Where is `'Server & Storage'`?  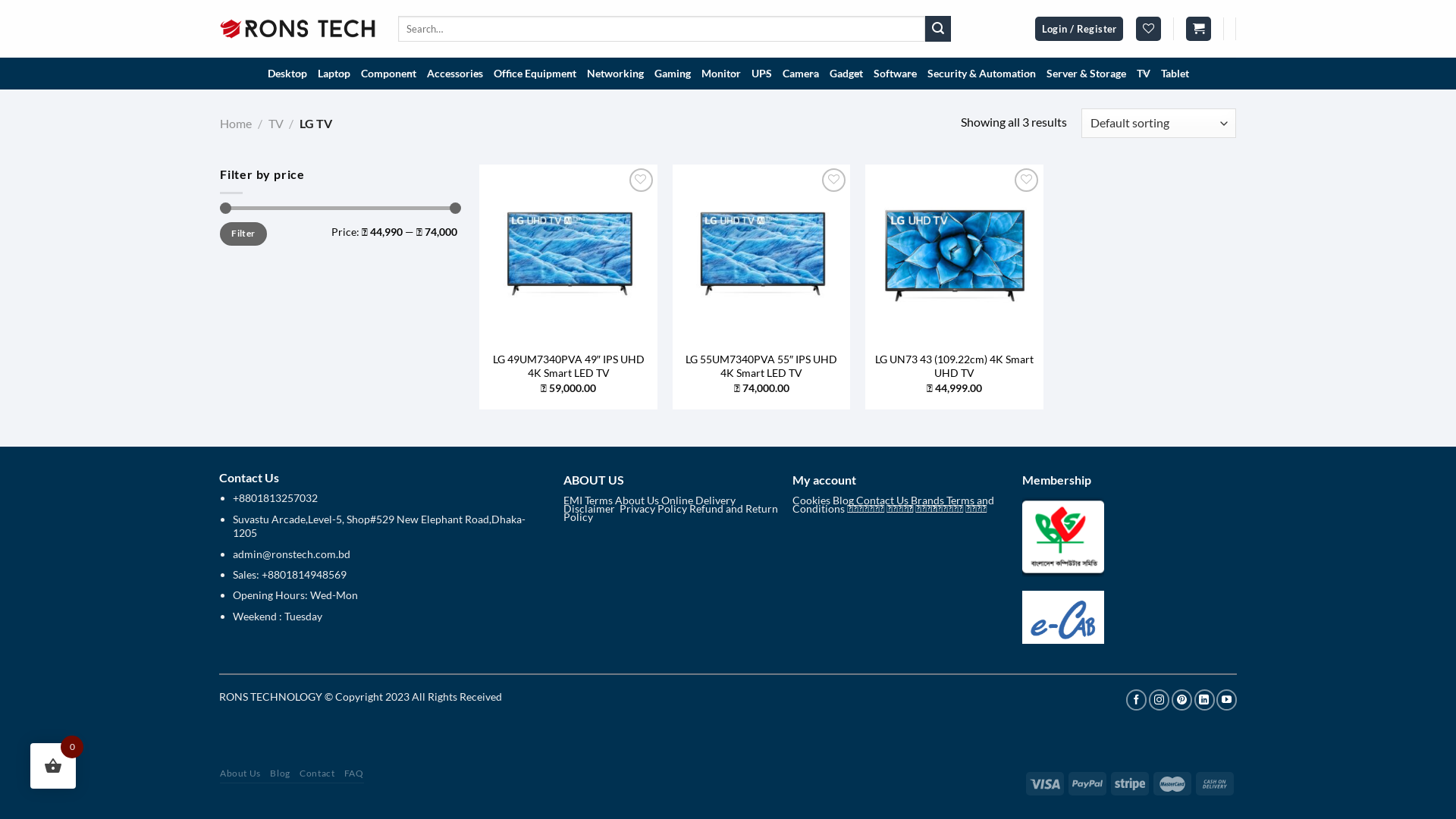 'Server & Storage' is located at coordinates (1040, 73).